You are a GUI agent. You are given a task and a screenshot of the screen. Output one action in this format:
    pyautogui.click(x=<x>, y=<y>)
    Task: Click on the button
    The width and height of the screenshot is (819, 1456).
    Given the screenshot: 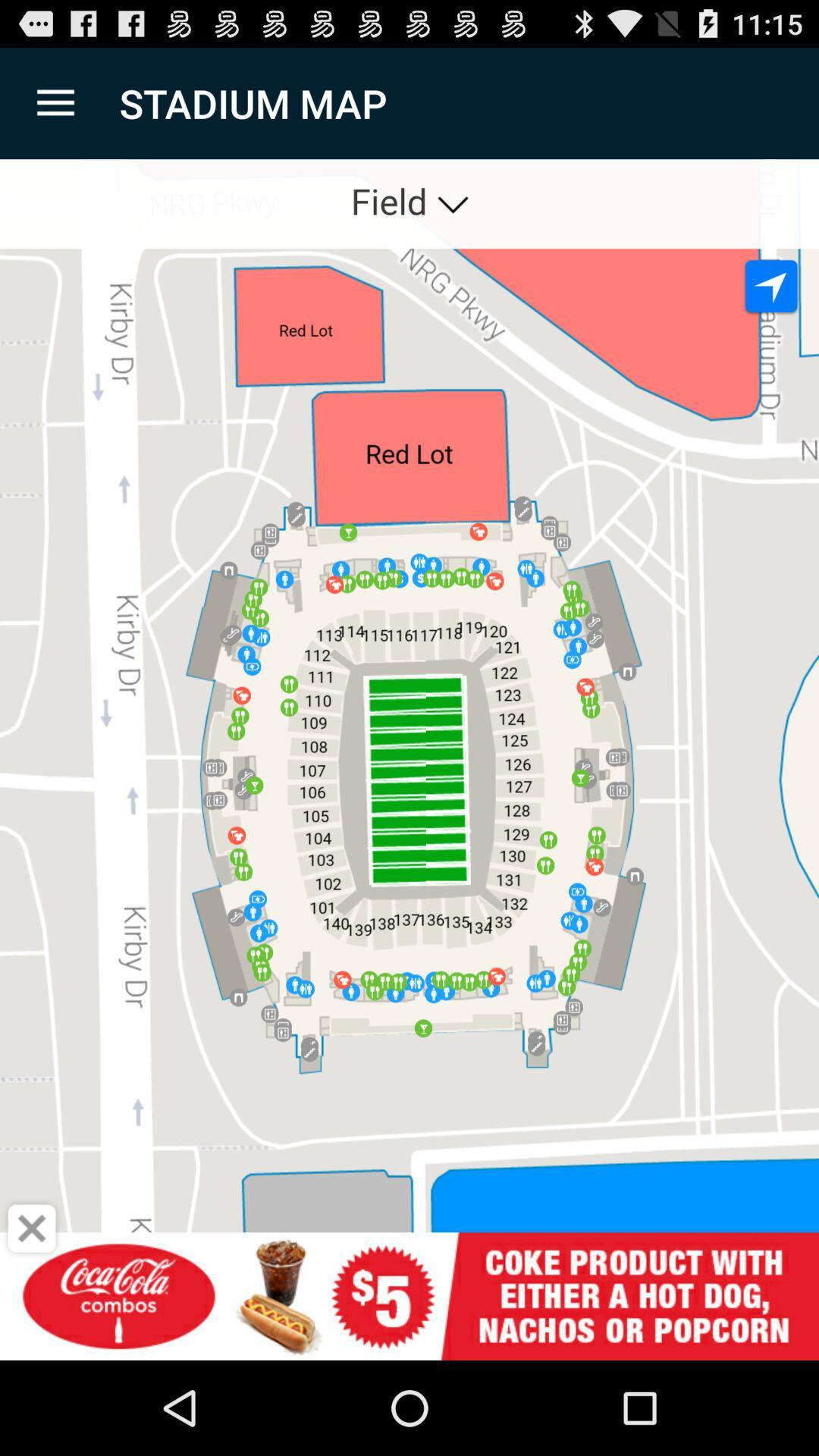 What is the action you would take?
    pyautogui.click(x=32, y=1228)
    